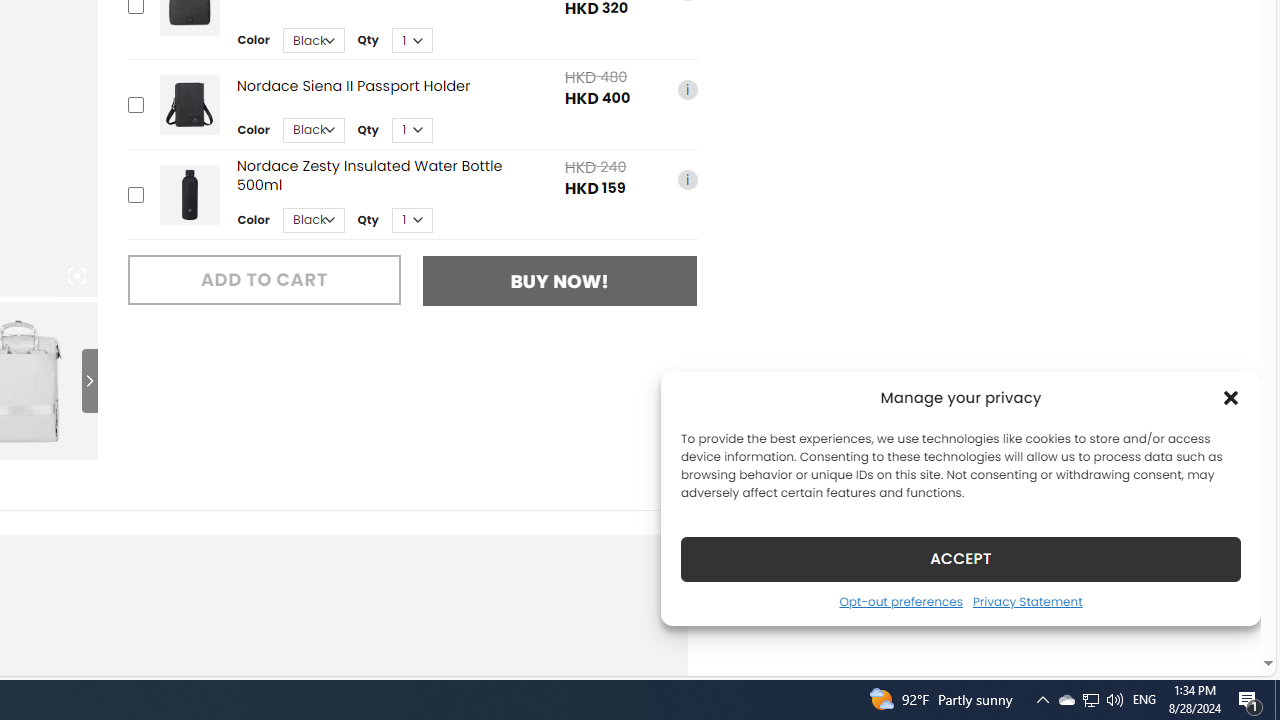 This screenshot has height=720, width=1280. What do you see at coordinates (1230, 397) in the screenshot?
I see `'Class: cmplz-close'` at bounding box center [1230, 397].